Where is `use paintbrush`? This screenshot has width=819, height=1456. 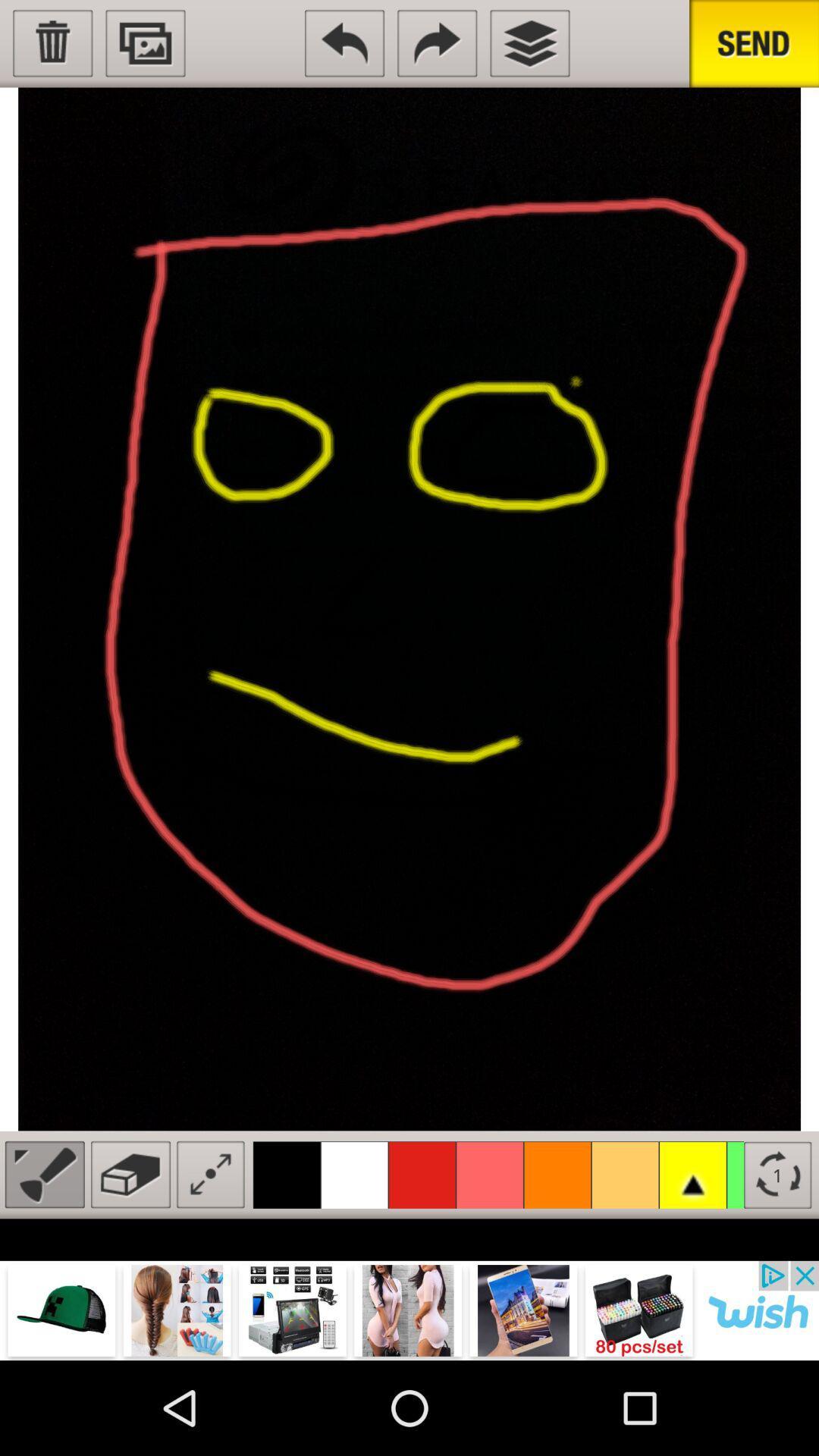
use paintbrush is located at coordinates (44, 1174).